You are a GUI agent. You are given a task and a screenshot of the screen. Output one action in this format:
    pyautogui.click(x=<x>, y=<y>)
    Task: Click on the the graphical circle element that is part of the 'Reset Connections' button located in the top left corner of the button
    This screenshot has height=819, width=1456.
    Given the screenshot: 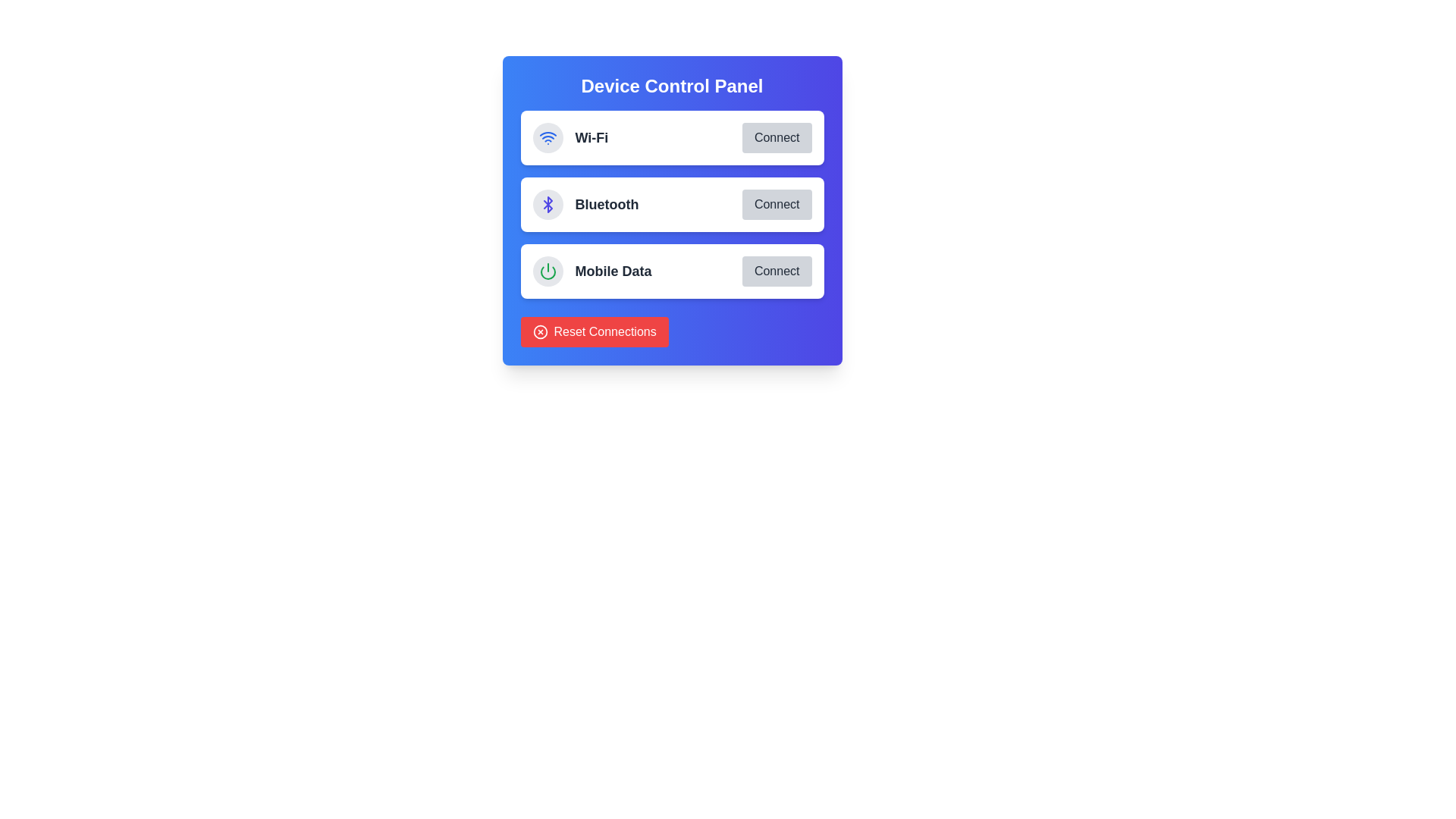 What is the action you would take?
    pyautogui.click(x=540, y=331)
    